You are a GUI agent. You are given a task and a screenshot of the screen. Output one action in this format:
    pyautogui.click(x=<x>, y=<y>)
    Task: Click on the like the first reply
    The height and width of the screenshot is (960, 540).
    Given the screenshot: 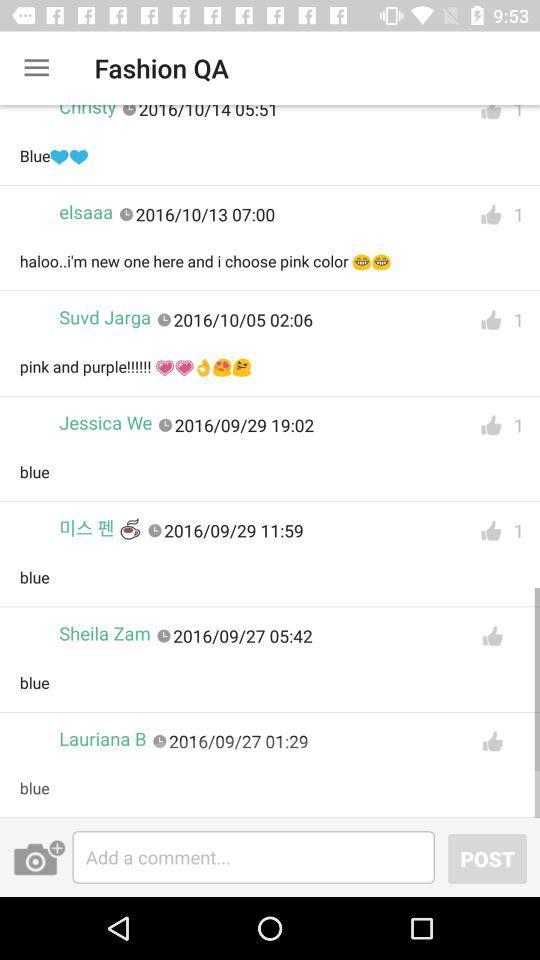 What is the action you would take?
    pyautogui.click(x=490, y=117)
    